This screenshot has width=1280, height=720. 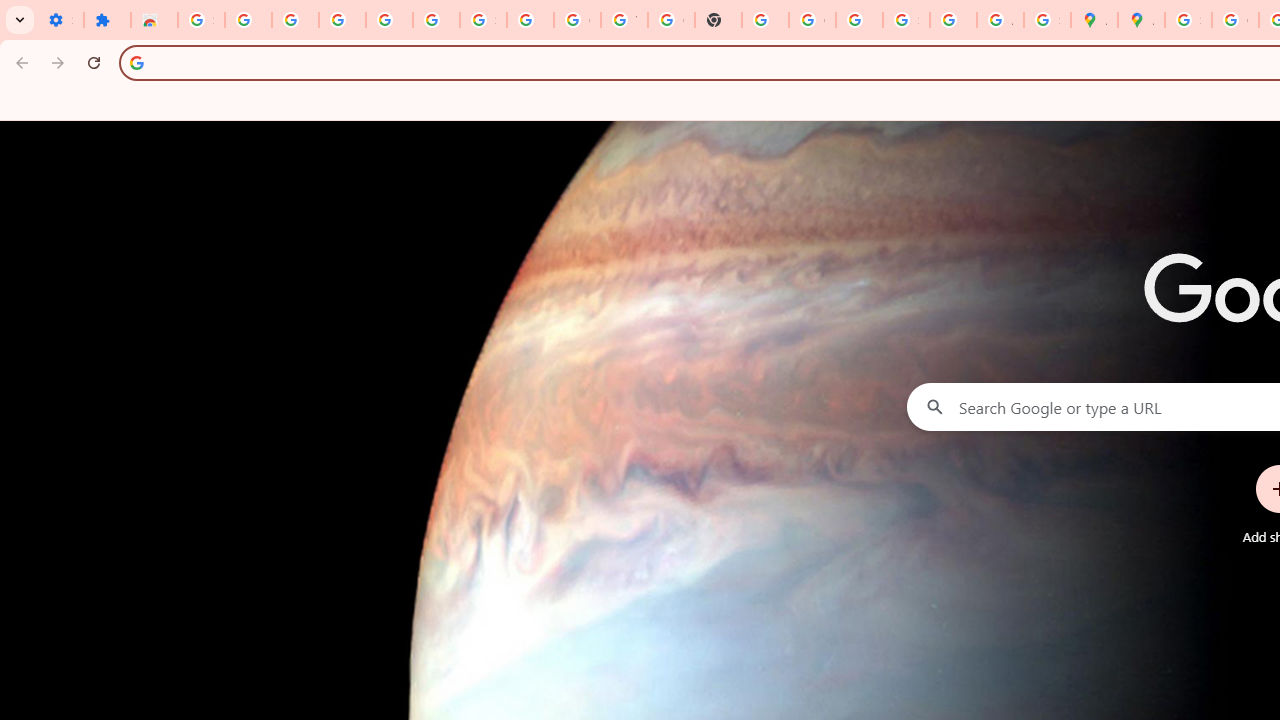 What do you see at coordinates (389, 20) in the screenshot?
I see `'Learn how to find your photos - Google Photos Help'` at bounding box center [389, 20].